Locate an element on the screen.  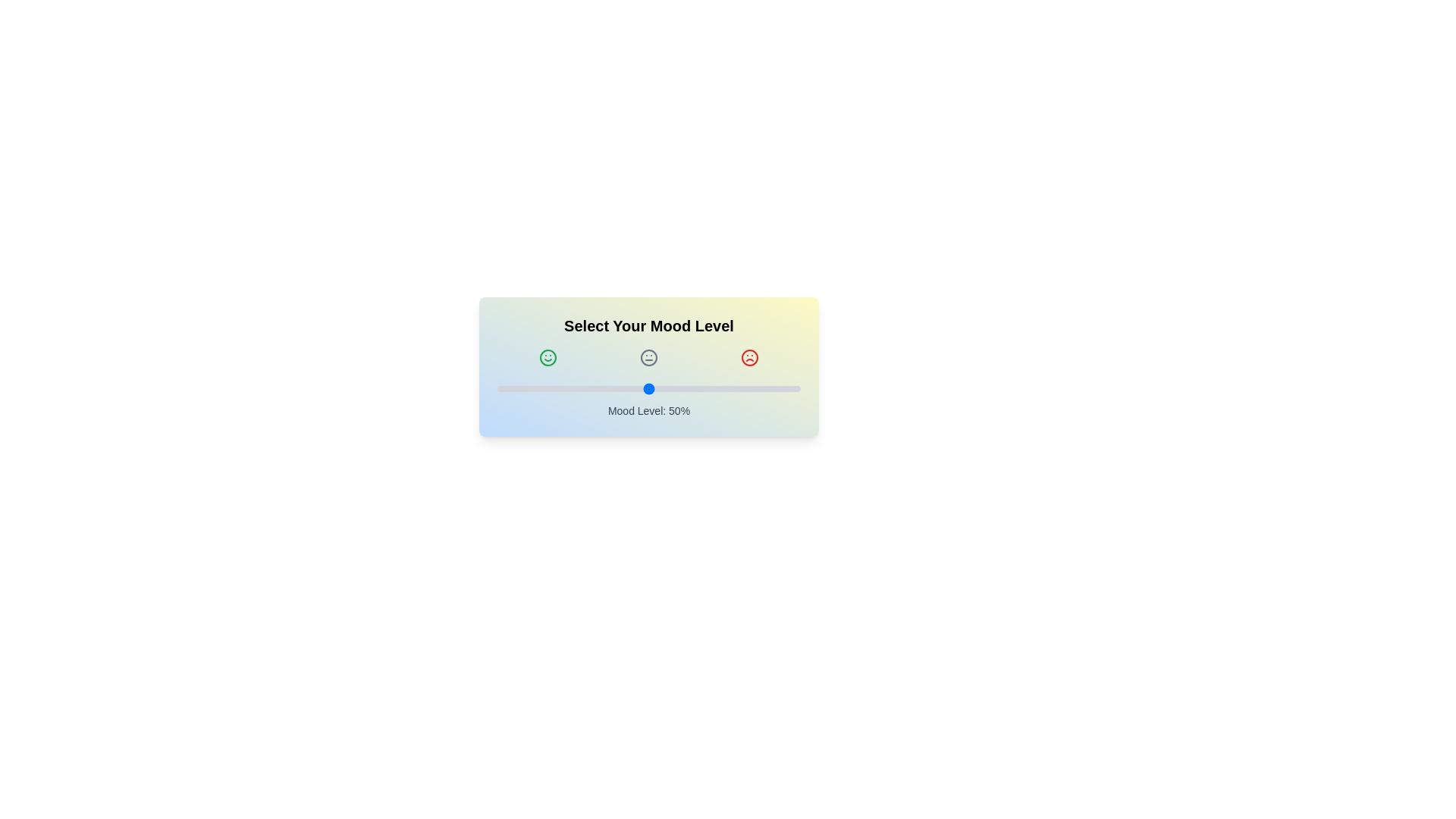
the mood level is located at coordinates (687, 388).